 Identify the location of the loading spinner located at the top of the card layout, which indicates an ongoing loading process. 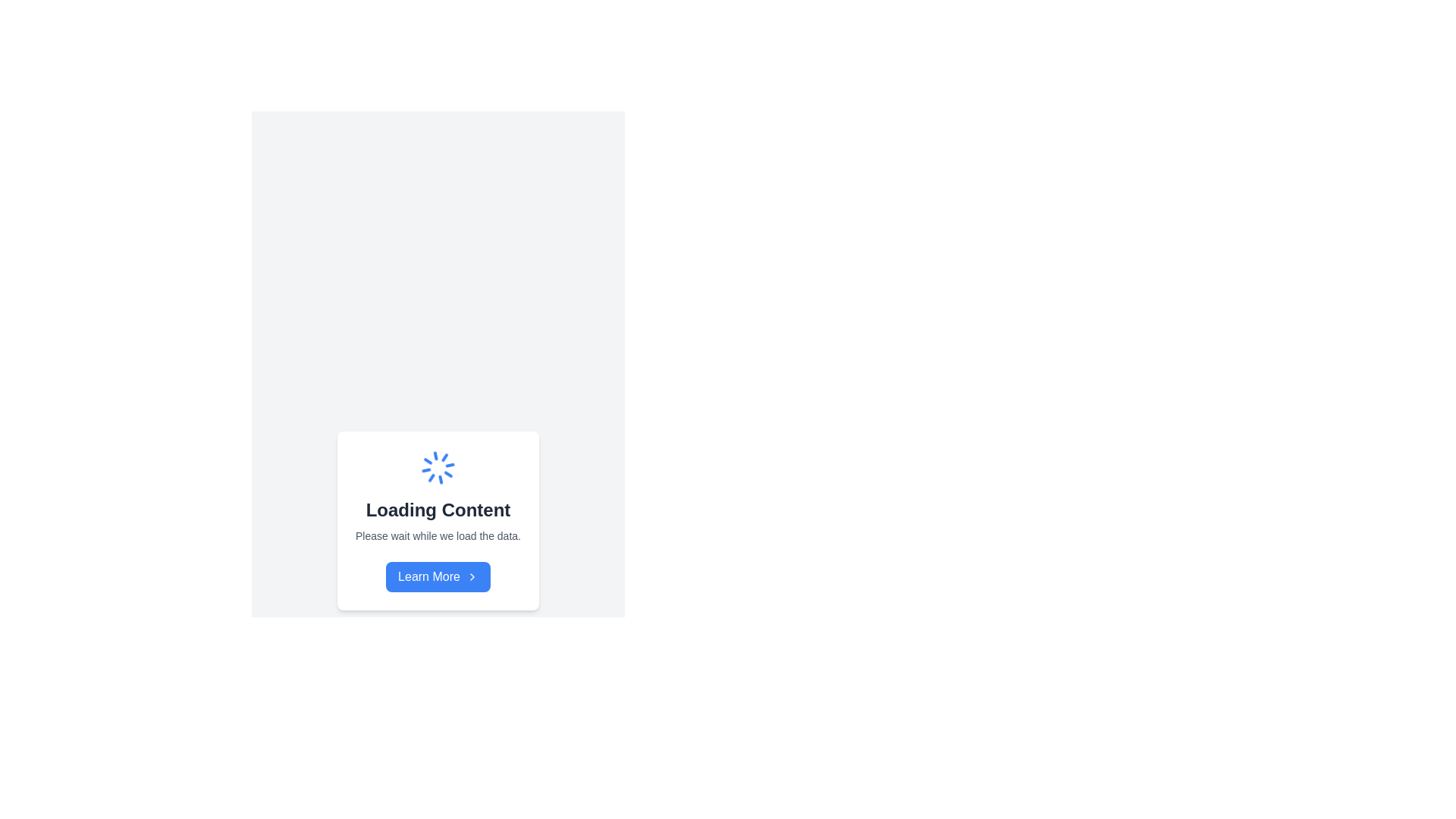
(437, 467).